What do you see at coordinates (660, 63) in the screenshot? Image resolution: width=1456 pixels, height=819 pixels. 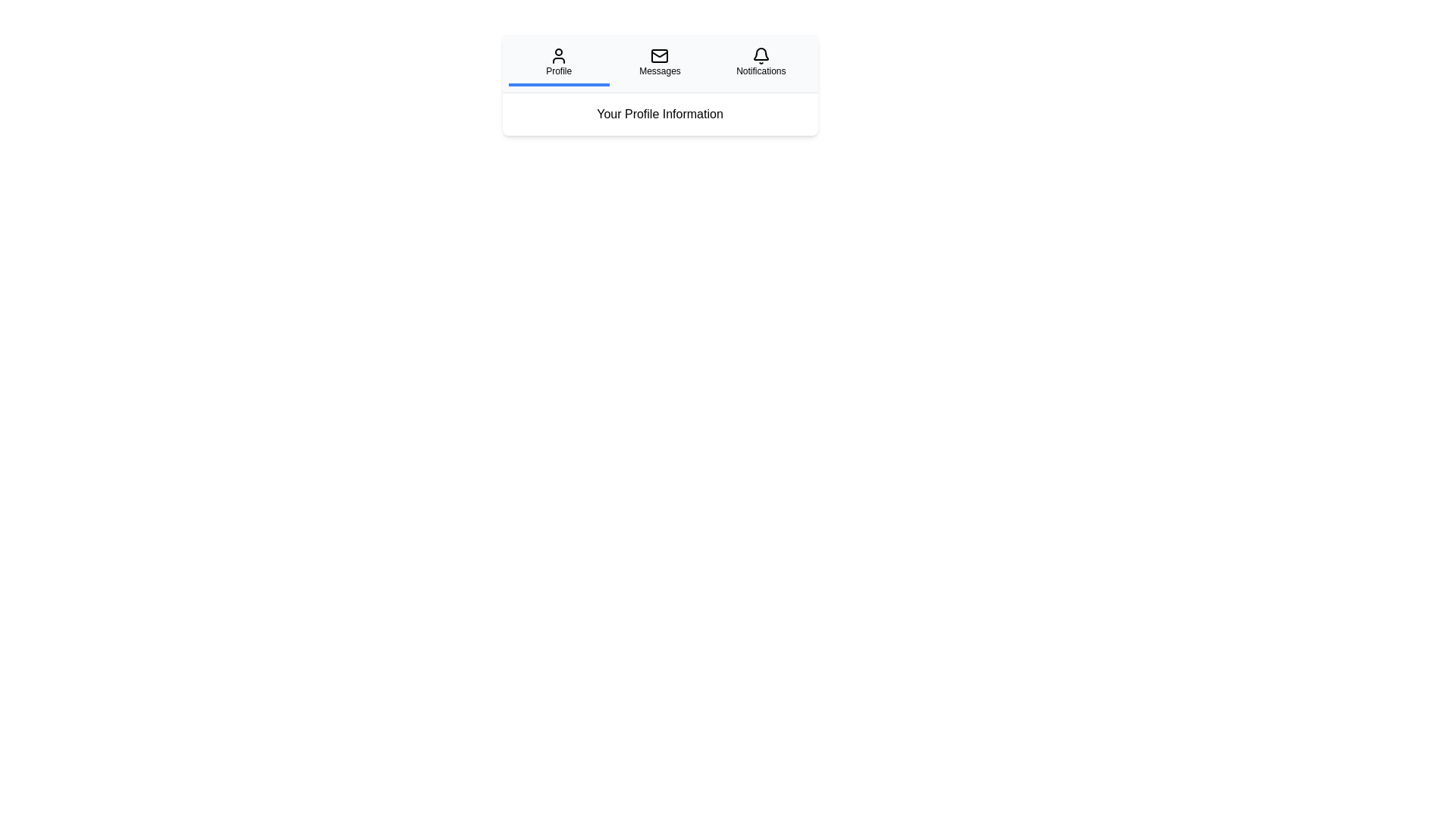 I see `the 'Messages' interactive button in the navigation bar` at bounding box center [660, 63].